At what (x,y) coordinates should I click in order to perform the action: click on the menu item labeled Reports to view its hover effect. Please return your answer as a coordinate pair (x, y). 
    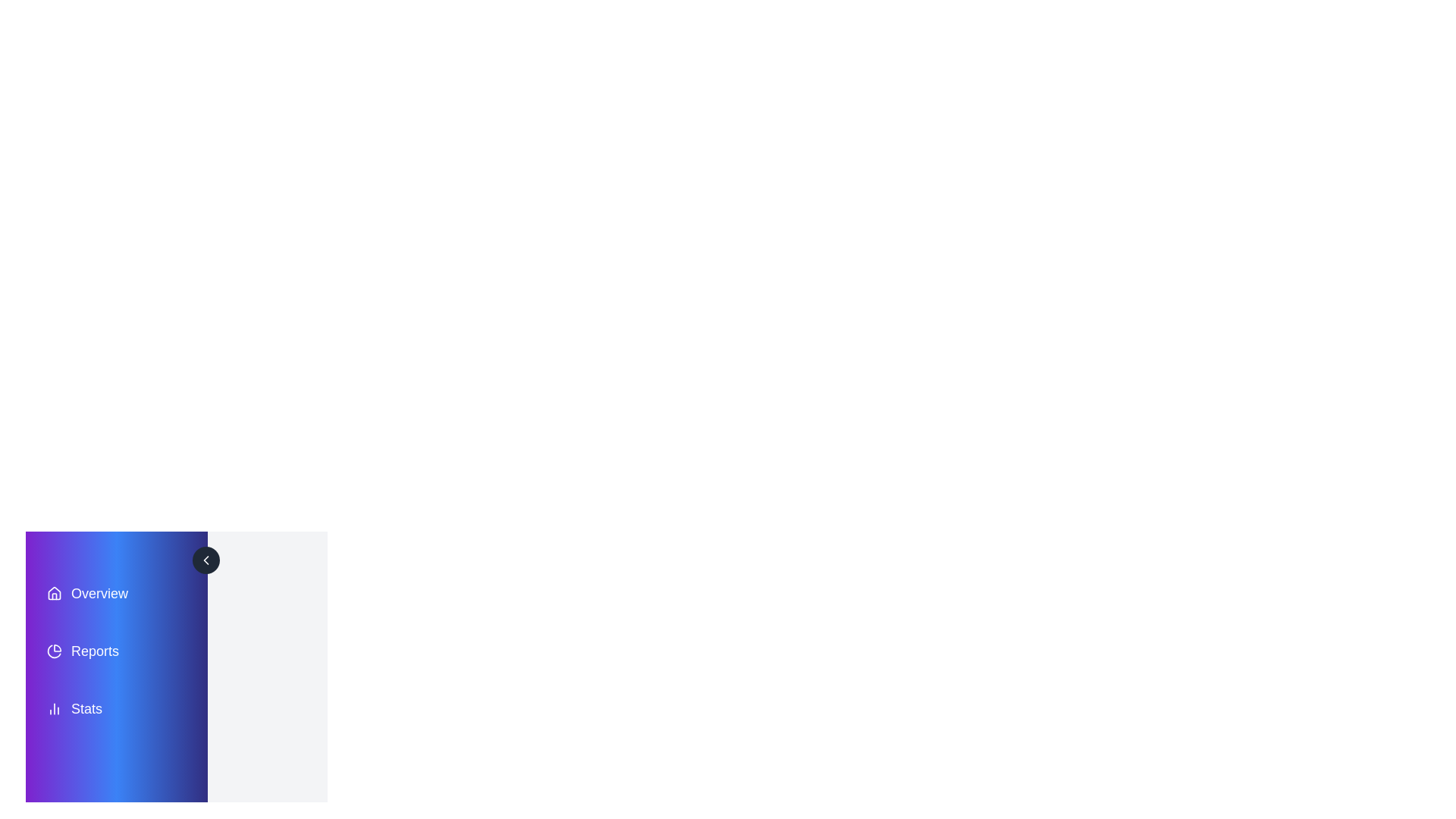
    Looking at the image, I should click on (115, 651).